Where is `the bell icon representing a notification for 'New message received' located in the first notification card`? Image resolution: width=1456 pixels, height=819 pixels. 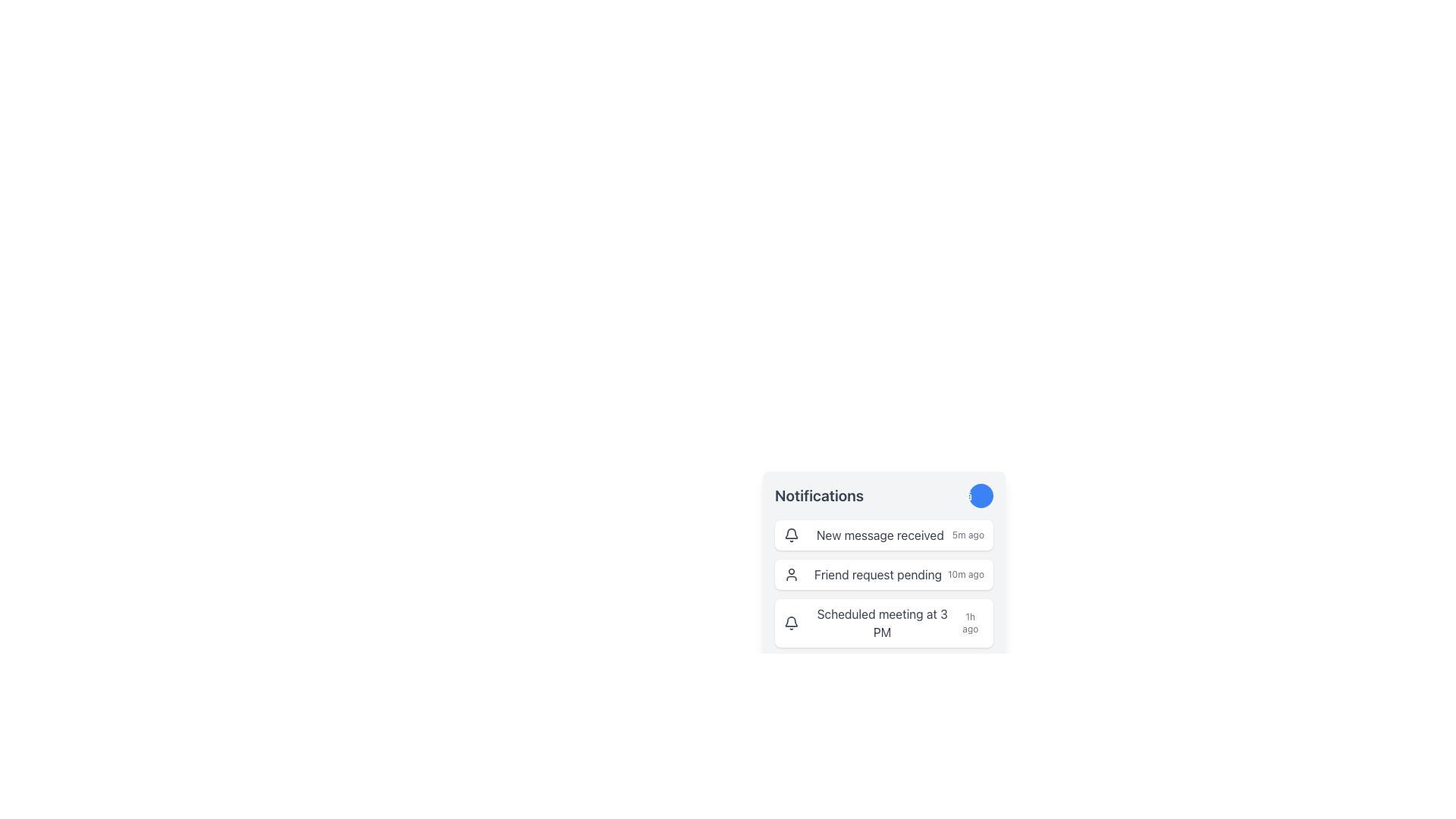 the bell icon representing a notification for 'New message received' located in the first notification card is located at coordinates (790, 534).